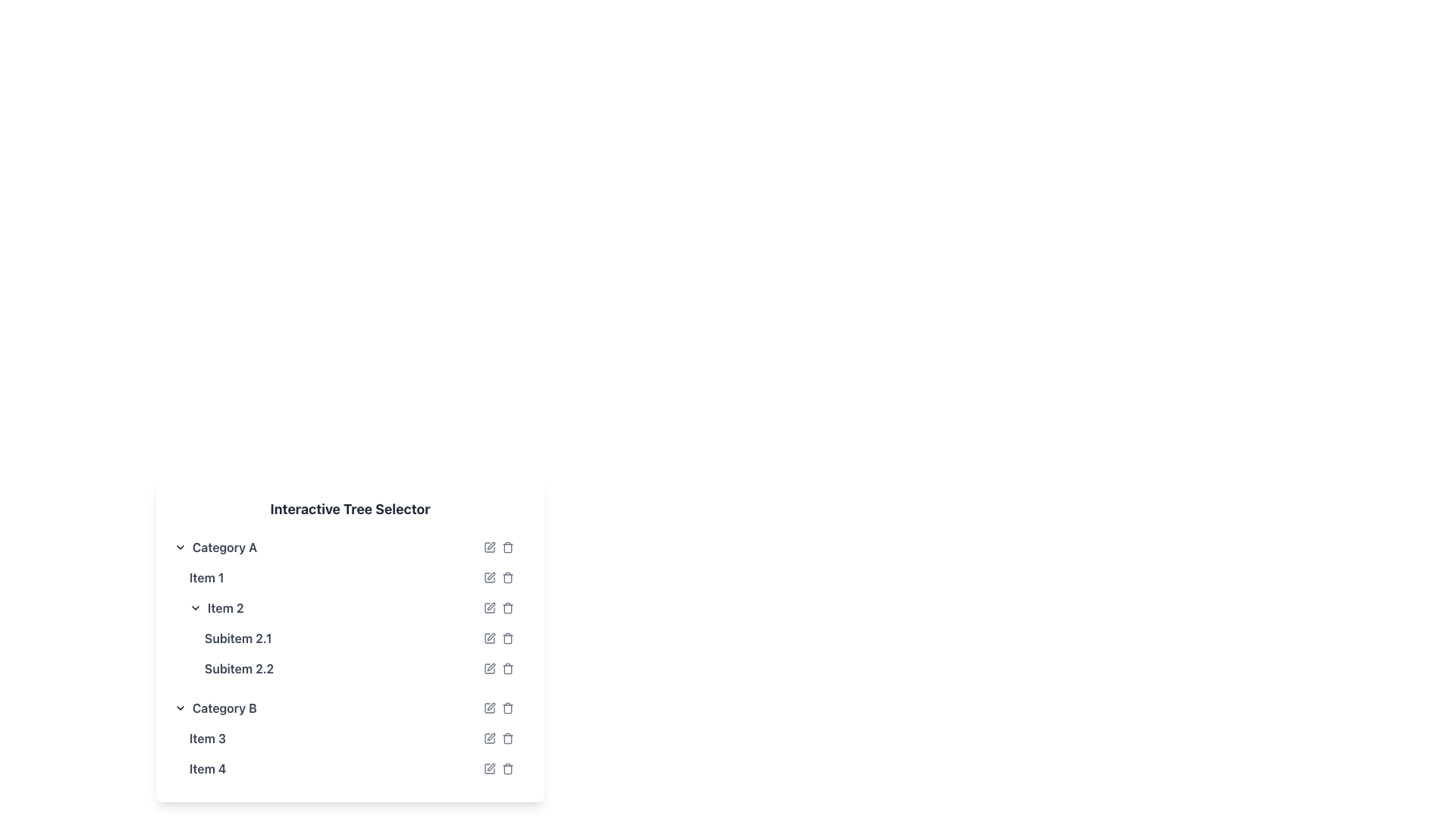  What do you see at coordinates (215, 547) in the screenshot?
I see `the 'Category A' text label with the bold font and gray color to interact with the collapsible section header` at bounding box center [215, 547].